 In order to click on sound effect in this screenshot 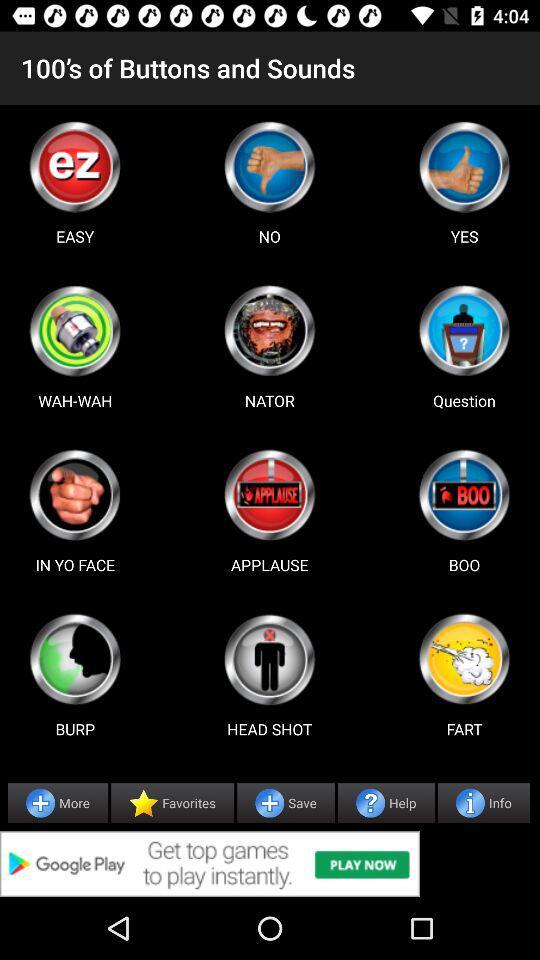, I will do `click(464, 658)`.